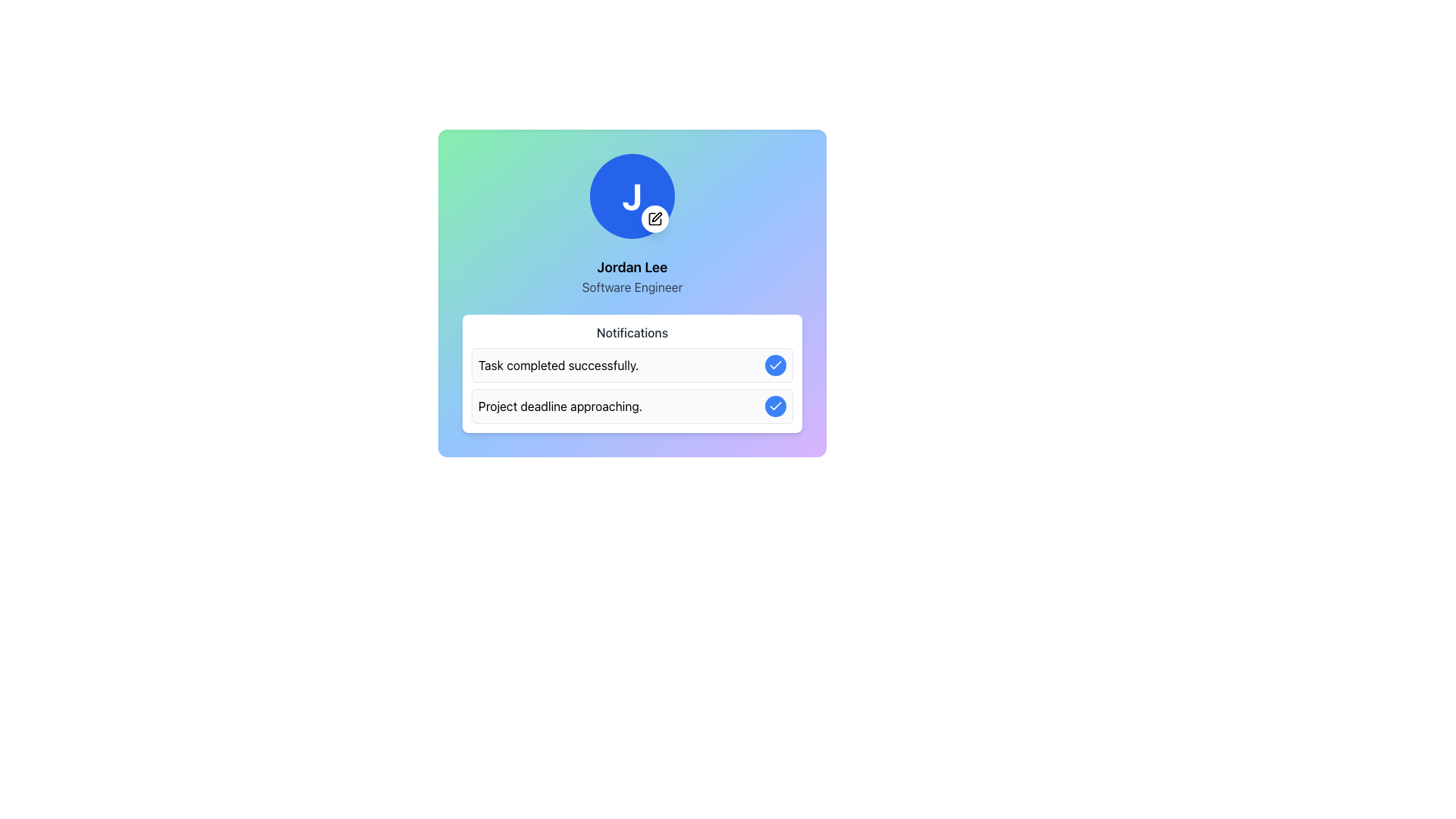  What do you see at coordinates (632, 385) in the screenshot?
I see `the second notification list item that reads 'Project deadline approaching.'` at bounding box center [632, 385].